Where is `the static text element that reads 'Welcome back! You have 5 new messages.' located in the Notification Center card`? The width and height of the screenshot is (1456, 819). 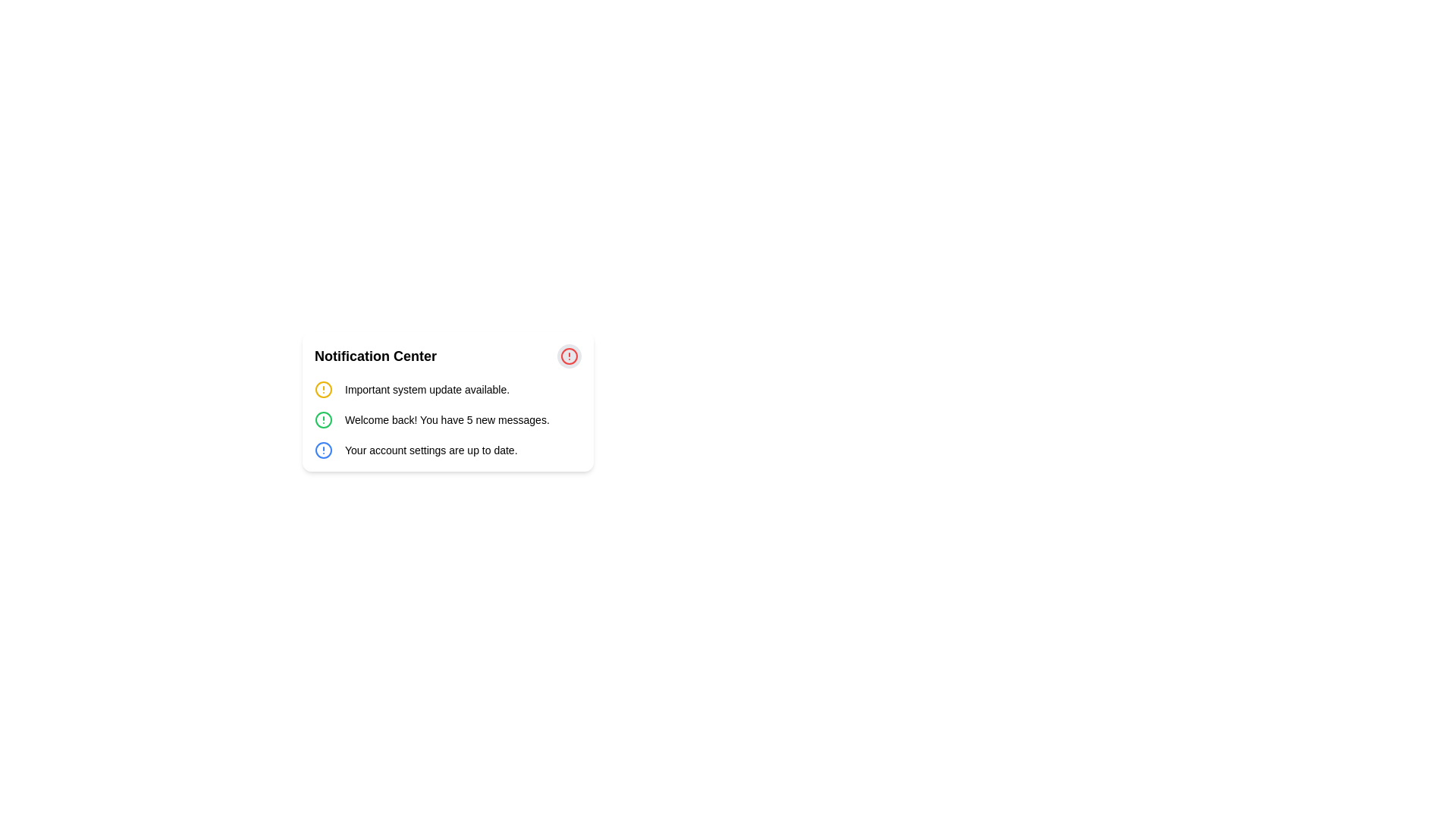 the static text element that reads 'Welcome back! You have 5 new messages.' located in the Notification Center card is located at coordinates (446, 420).